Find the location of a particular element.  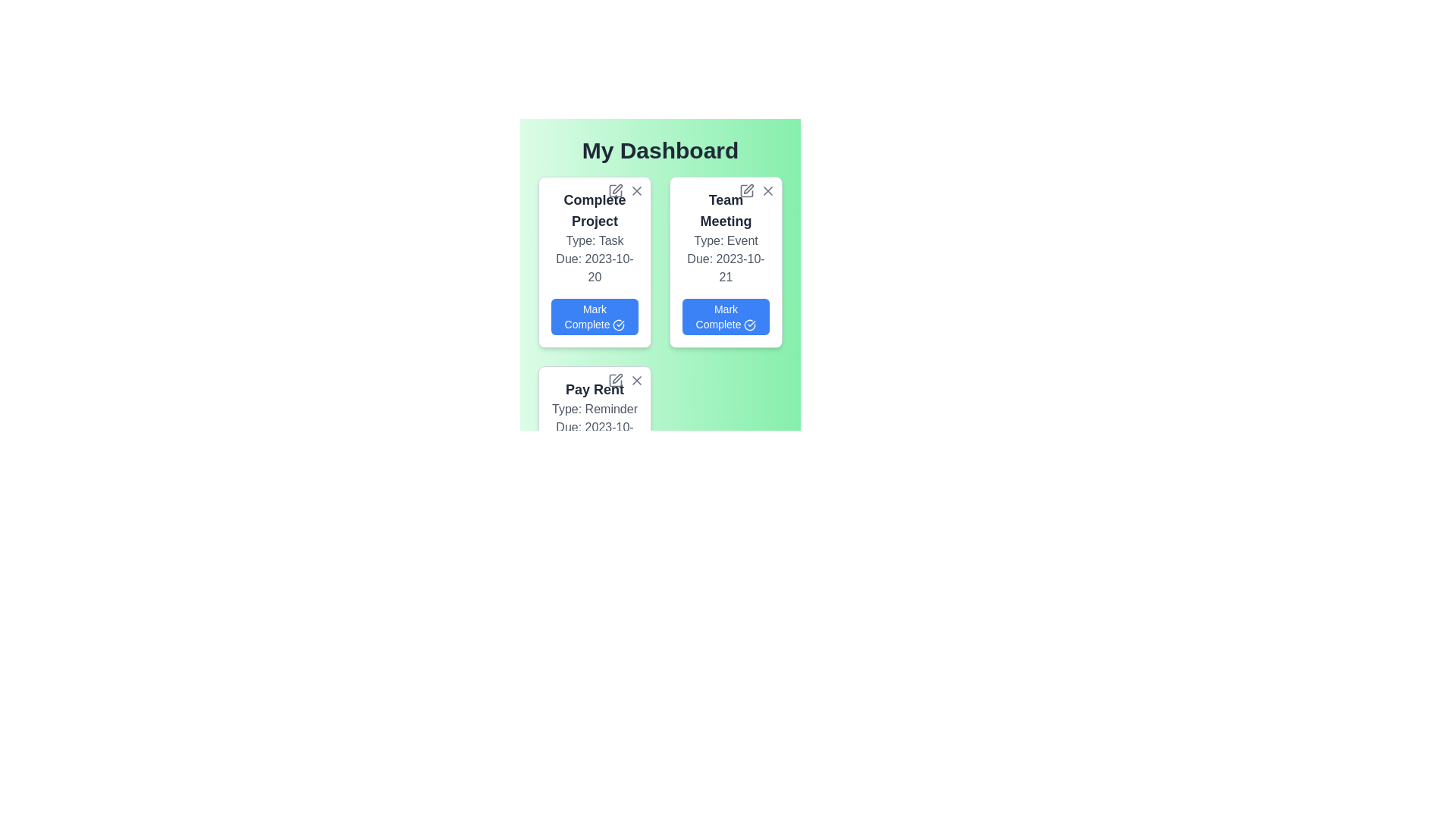

the edit button located at the top-right of the 'Complete Project' card, which is the first item in its control group is located at coordinates (615, 190).